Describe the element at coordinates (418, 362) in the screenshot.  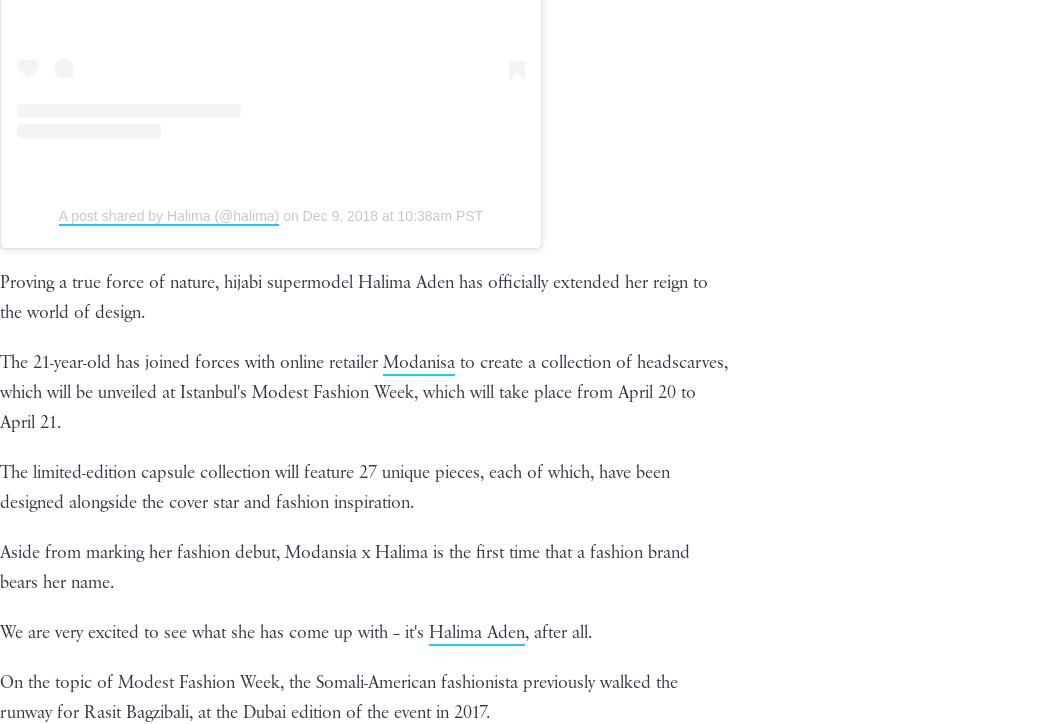
I see `'Modanisa'` at that location.